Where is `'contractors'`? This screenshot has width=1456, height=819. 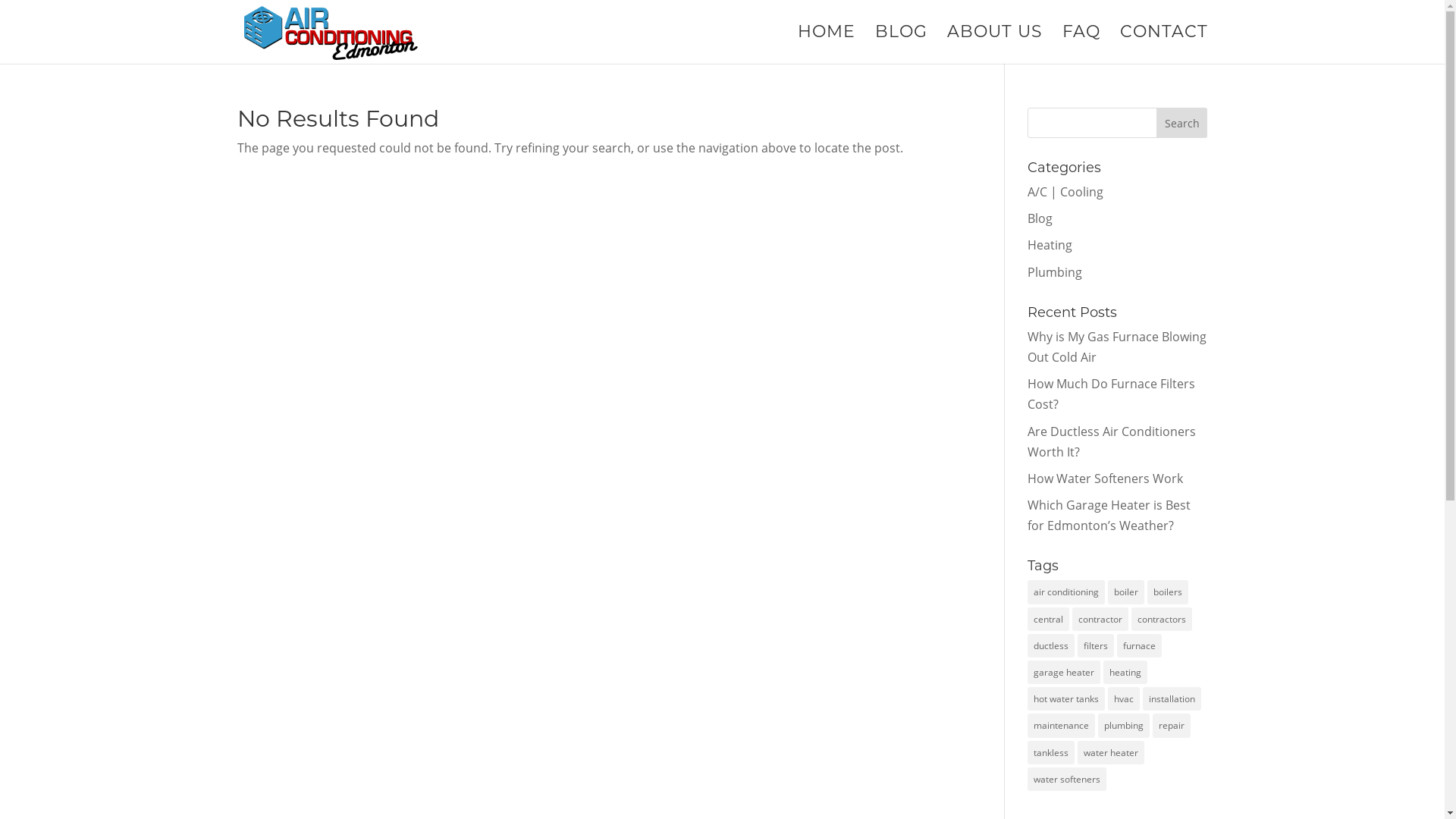
'contractors' is located at coordinates (1160, 619).